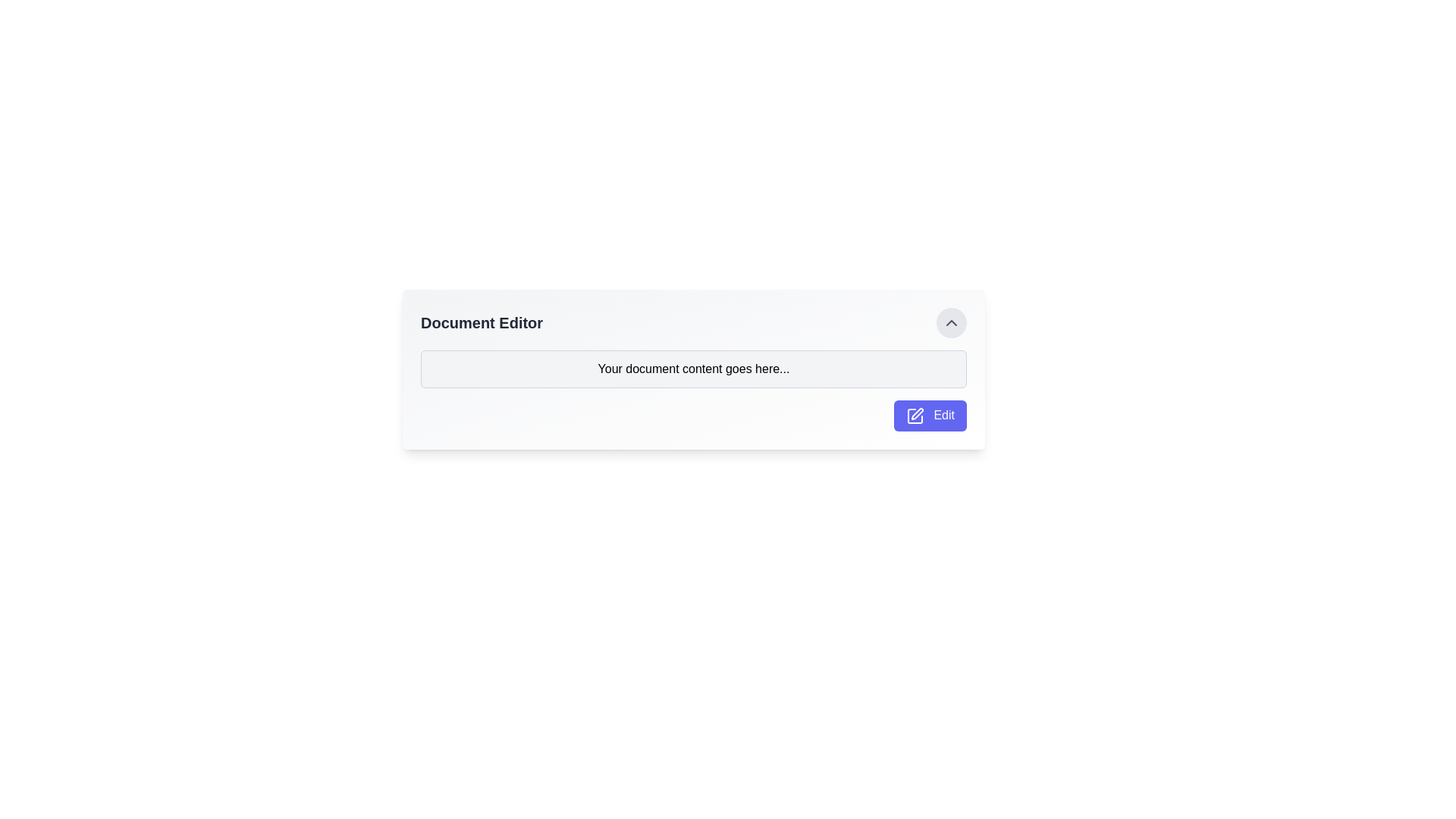  Describe the element at coordinates (950, 322) in the screenshot. I see `the interactive button located in the top-right corner of the 'Document Editor' section` at that location.